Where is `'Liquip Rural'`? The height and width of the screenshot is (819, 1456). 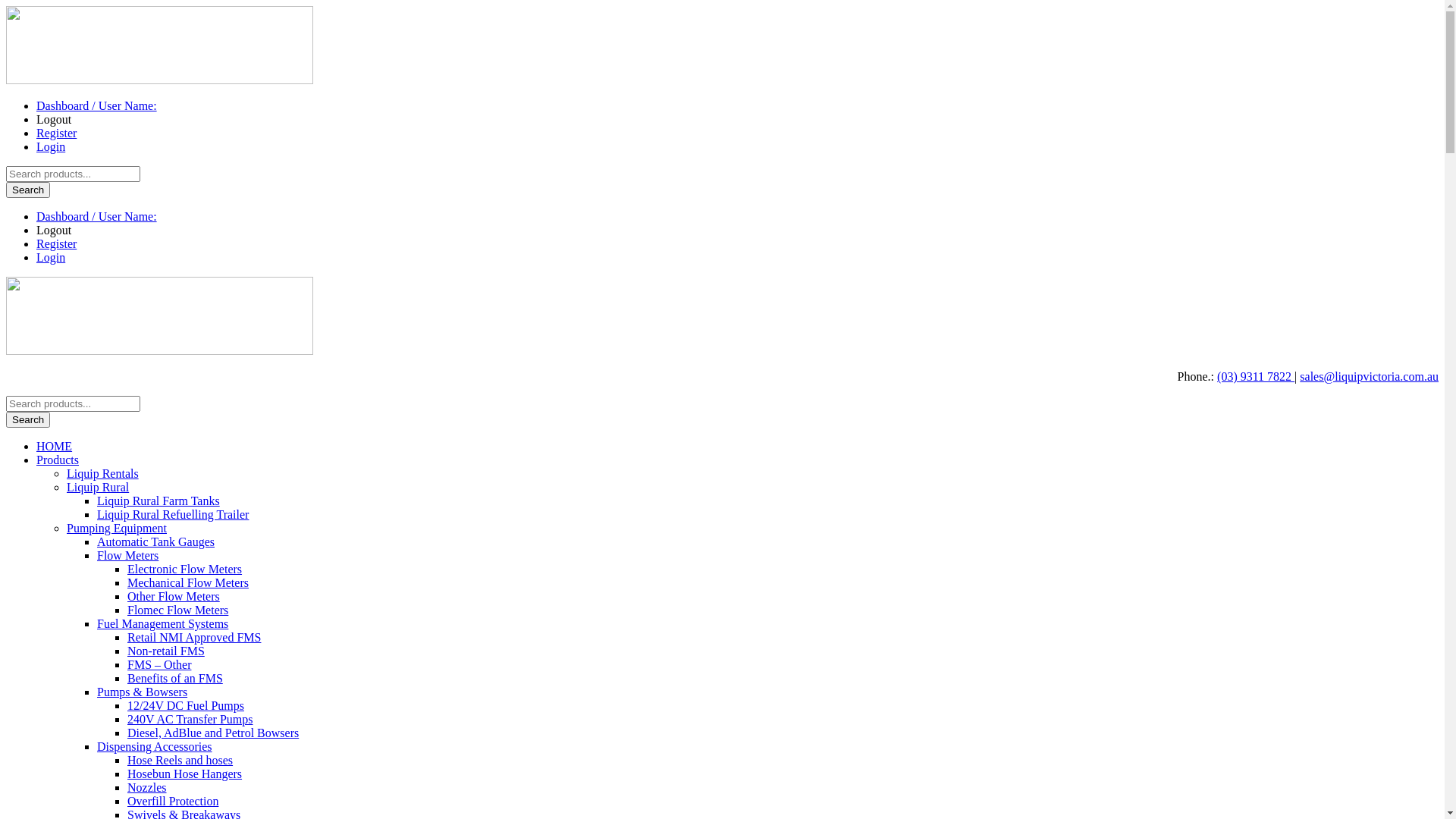
'Liquip Rural' is located at coordinates (97, 487).